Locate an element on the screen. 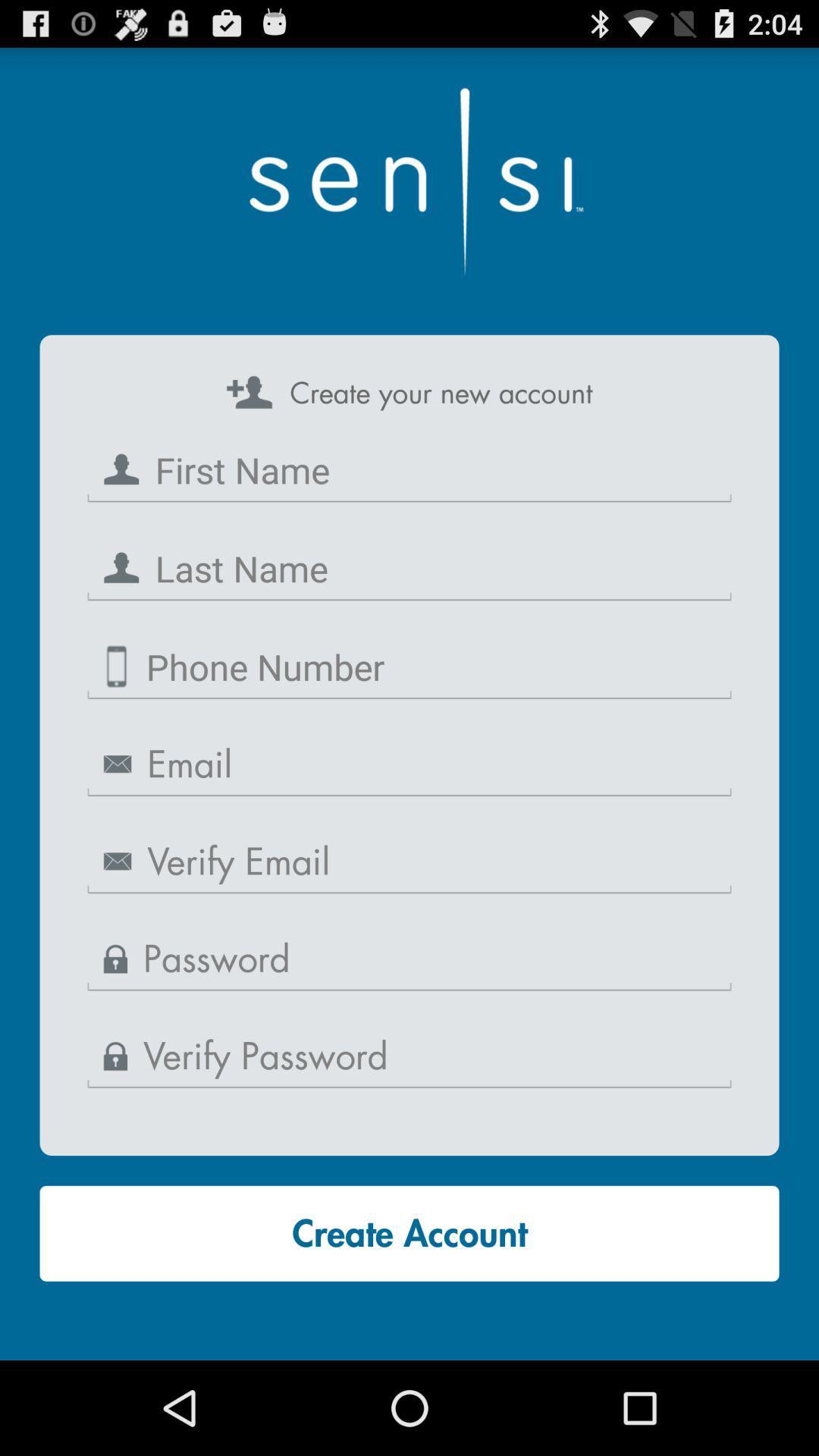  a phone number is located at coordinates (409, 667).